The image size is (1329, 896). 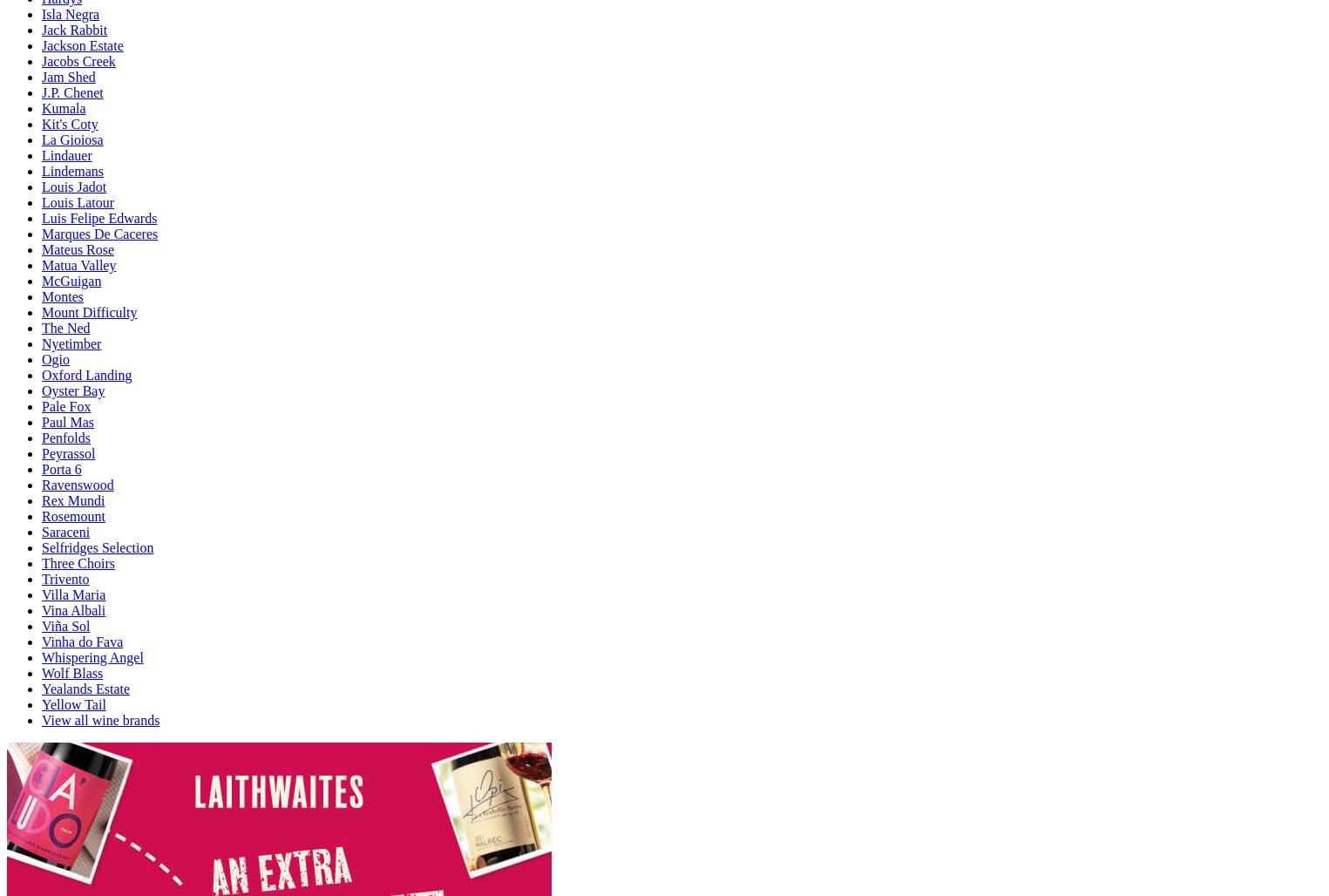 What do you see at coordinates (78, 200) in the screenshot?
I see `'Louis Latour'` at bounding box center [78, 200].